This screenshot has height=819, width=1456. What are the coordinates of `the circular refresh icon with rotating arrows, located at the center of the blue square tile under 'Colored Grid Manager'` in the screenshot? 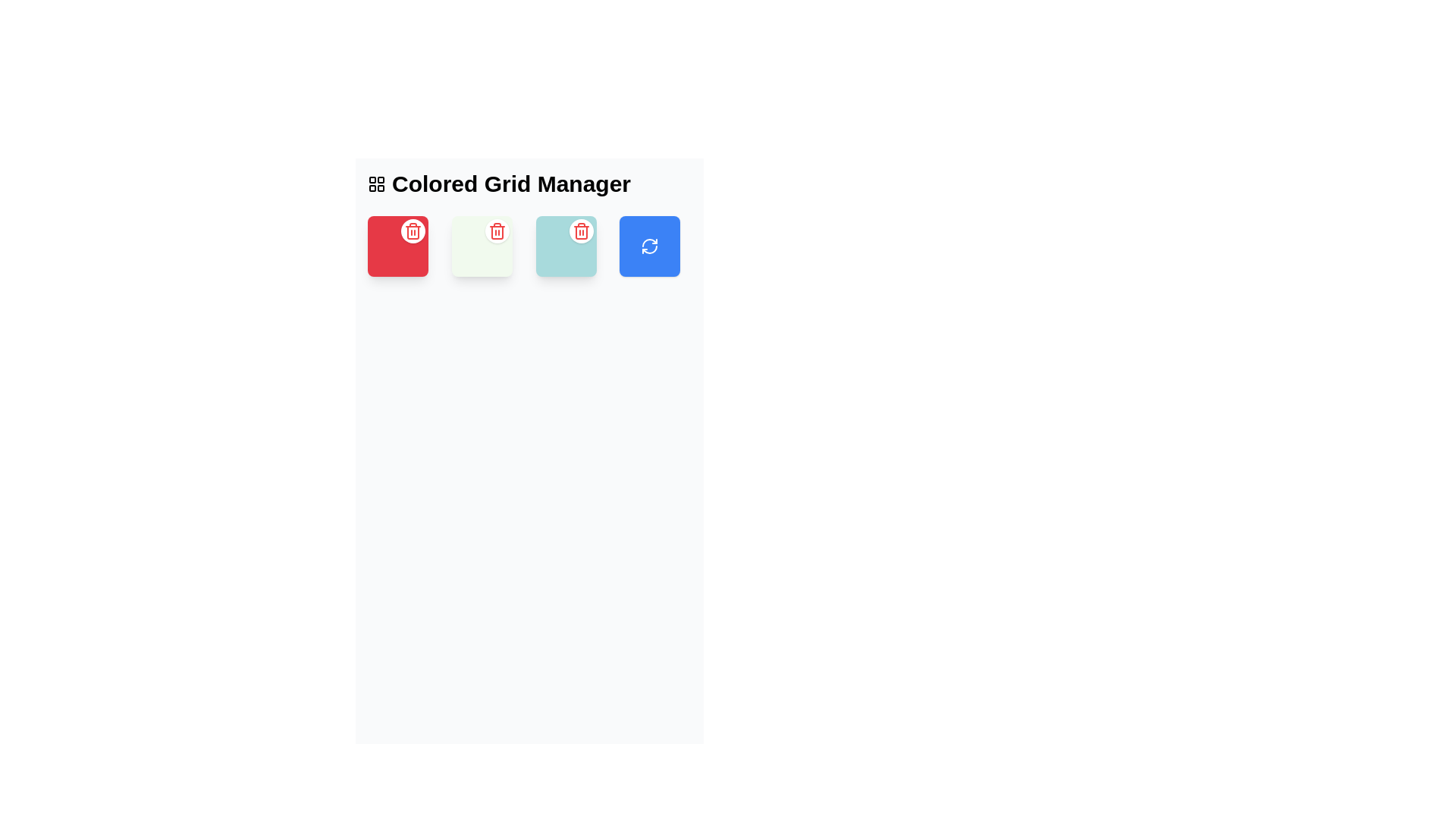 It's located at (650, 245).